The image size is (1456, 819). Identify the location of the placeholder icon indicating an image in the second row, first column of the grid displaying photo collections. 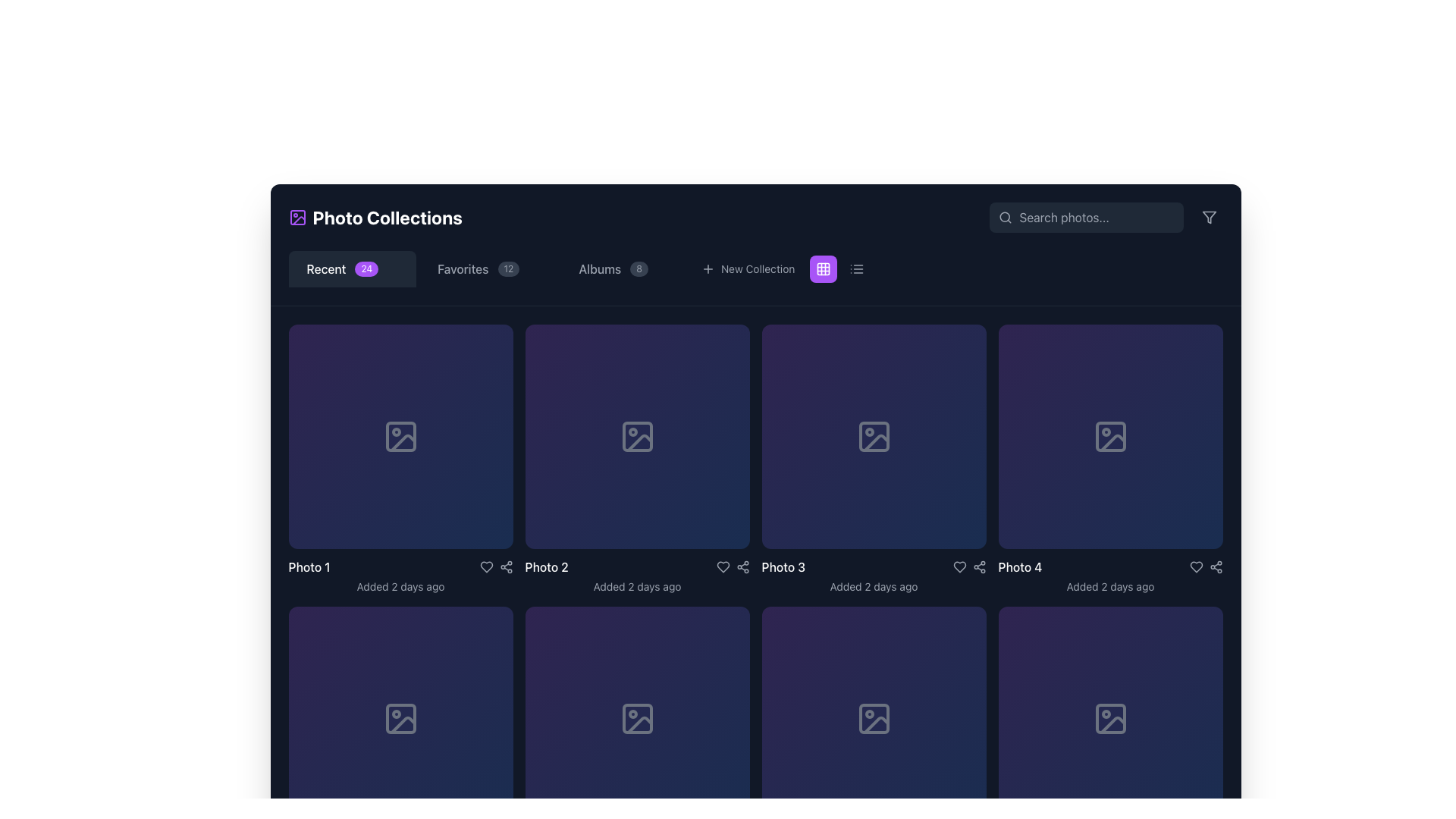
(400, 718).